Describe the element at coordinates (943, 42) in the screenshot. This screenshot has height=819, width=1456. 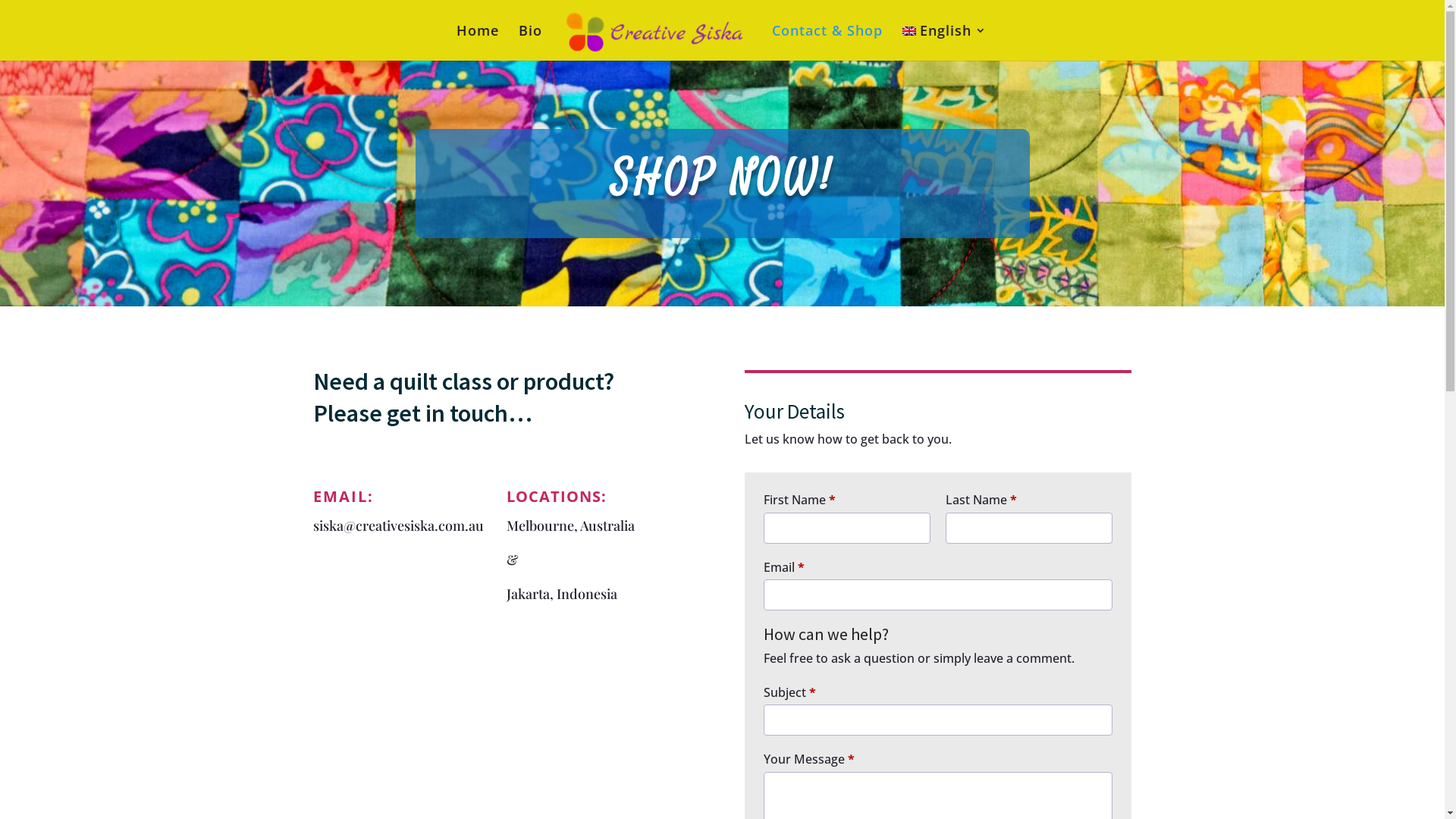
I see `'English'` at that location.